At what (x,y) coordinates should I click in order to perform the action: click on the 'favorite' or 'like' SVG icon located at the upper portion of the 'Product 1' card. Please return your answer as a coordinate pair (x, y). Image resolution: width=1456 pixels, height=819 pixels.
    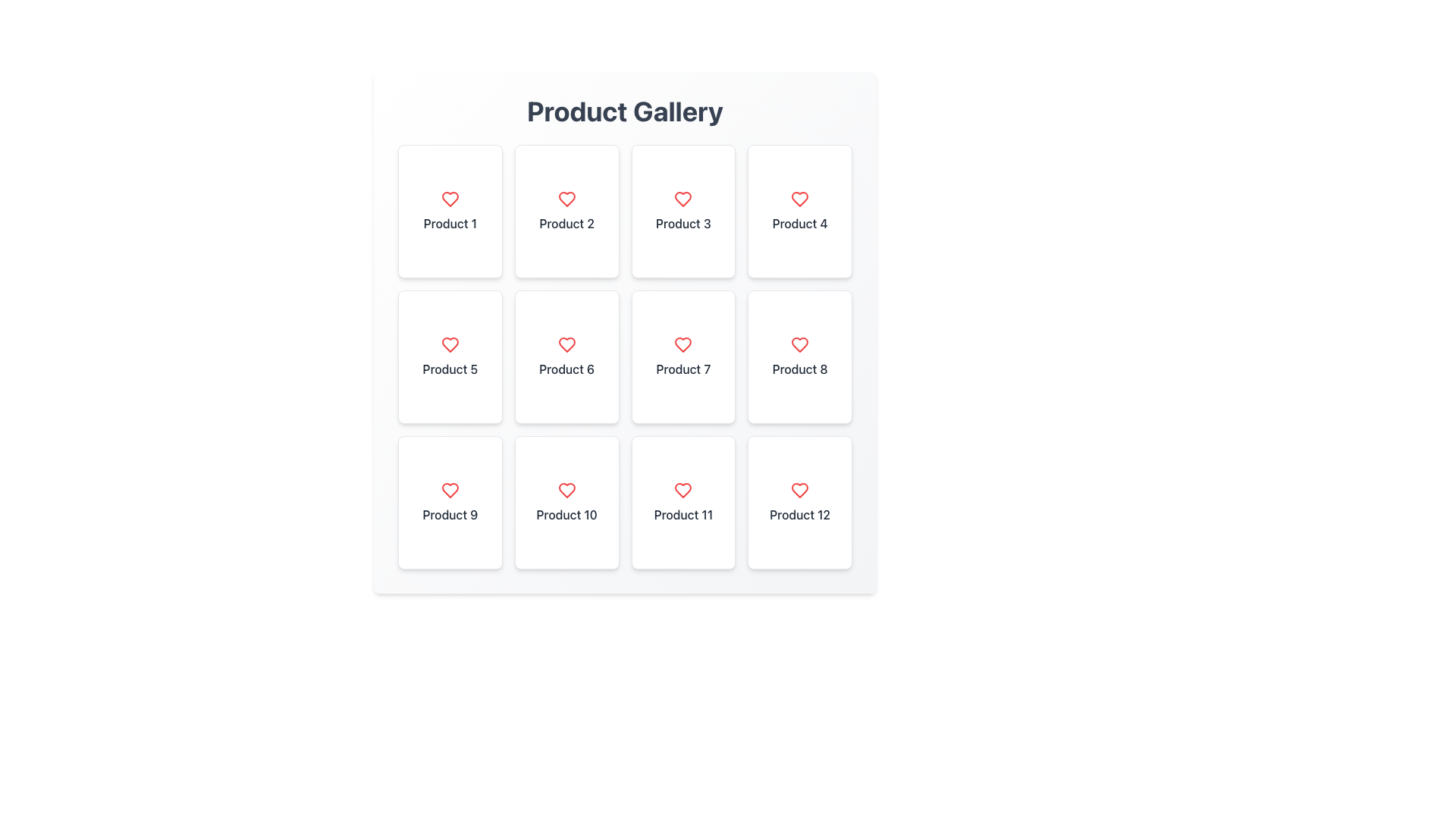
    Looking at the image, I should click on (449, 198).